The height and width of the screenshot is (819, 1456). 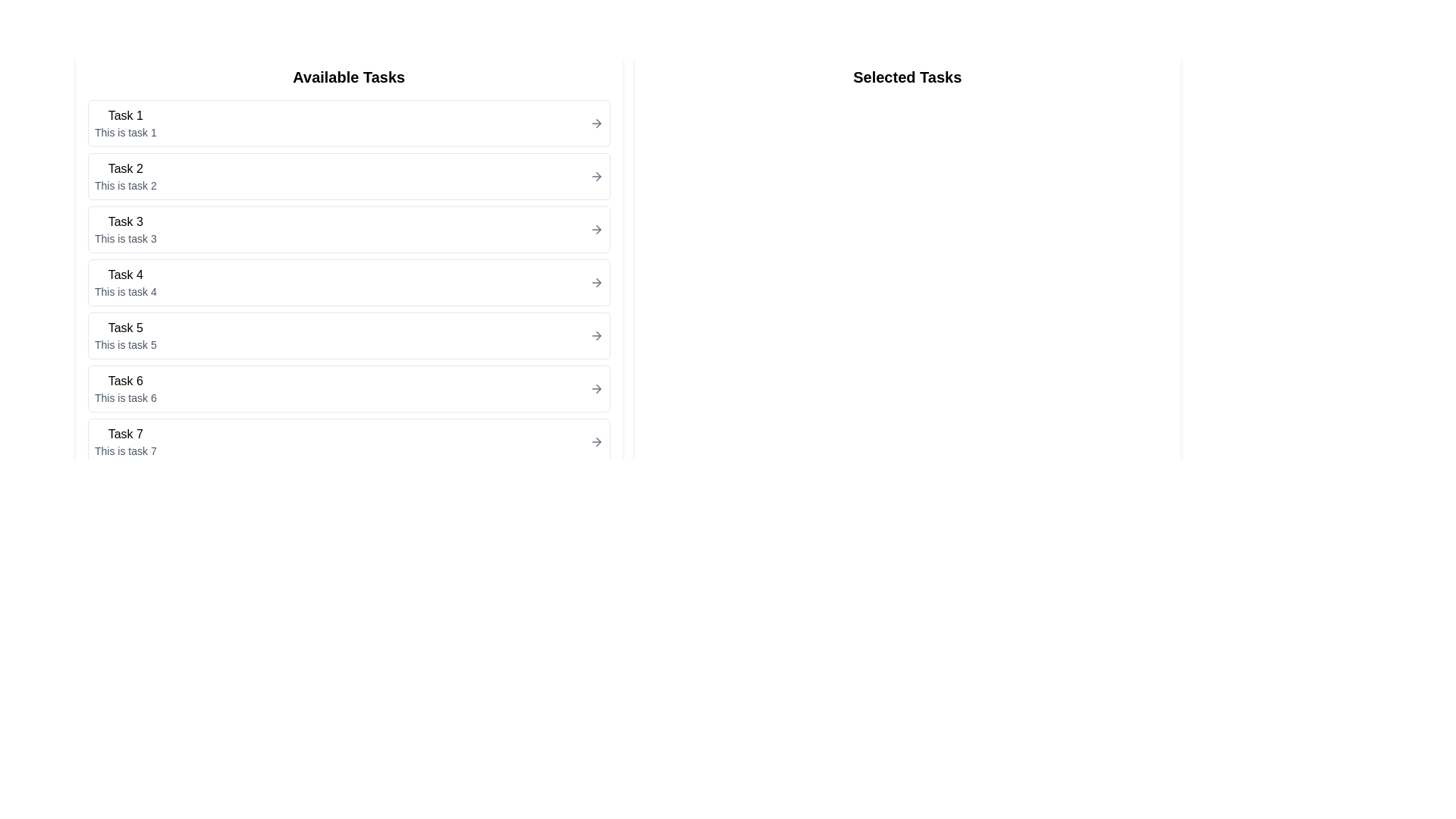 What do you see at coordinates (595, 388) in the screenshot?
I see `the right-facing arrow button styled in gray, located at the far-right of the row labeled 'Task 6 This is task 6'` at bounding box center [595, 388].